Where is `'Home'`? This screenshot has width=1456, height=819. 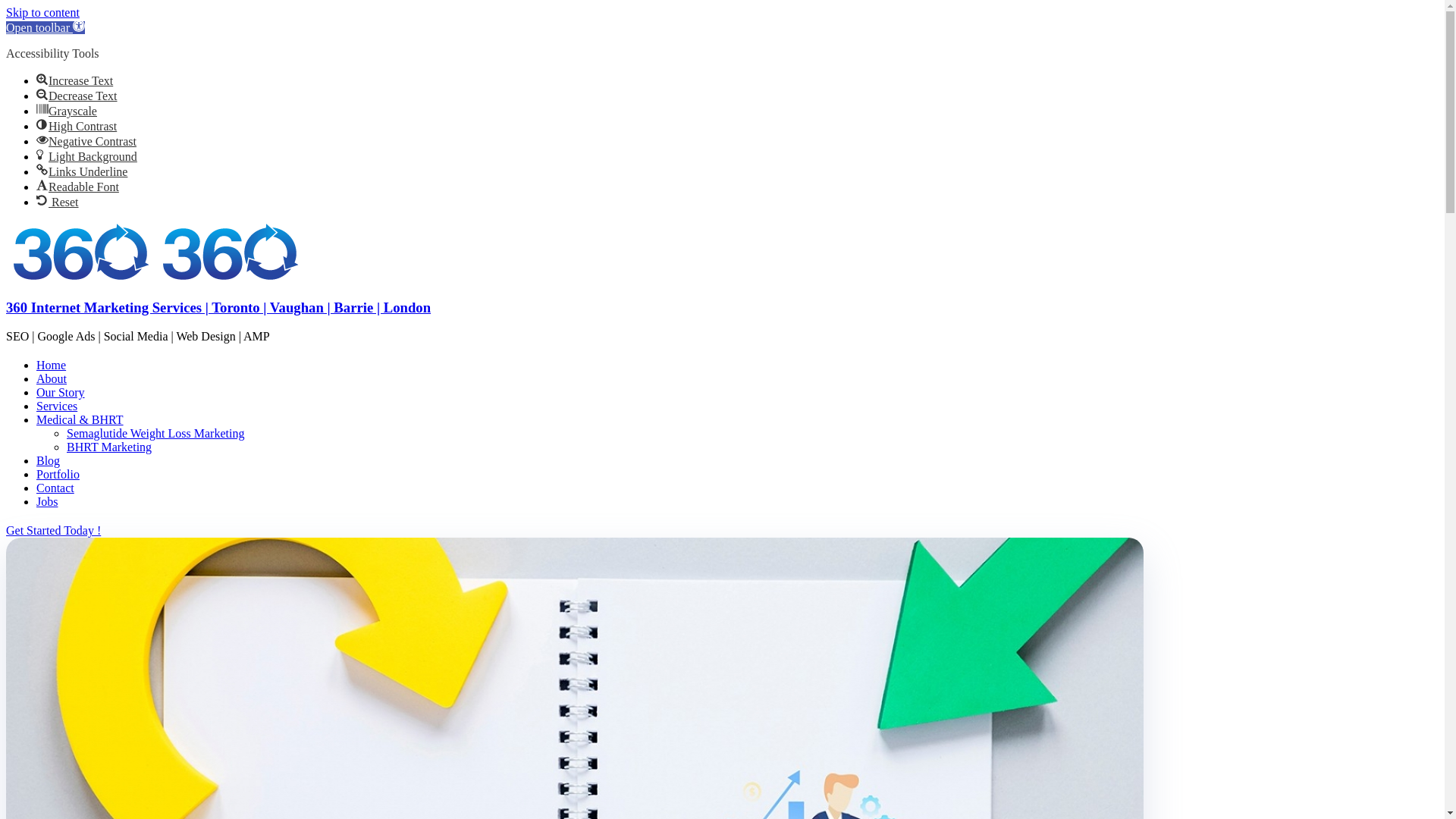
'Home' is located at coordinates (51, 365).